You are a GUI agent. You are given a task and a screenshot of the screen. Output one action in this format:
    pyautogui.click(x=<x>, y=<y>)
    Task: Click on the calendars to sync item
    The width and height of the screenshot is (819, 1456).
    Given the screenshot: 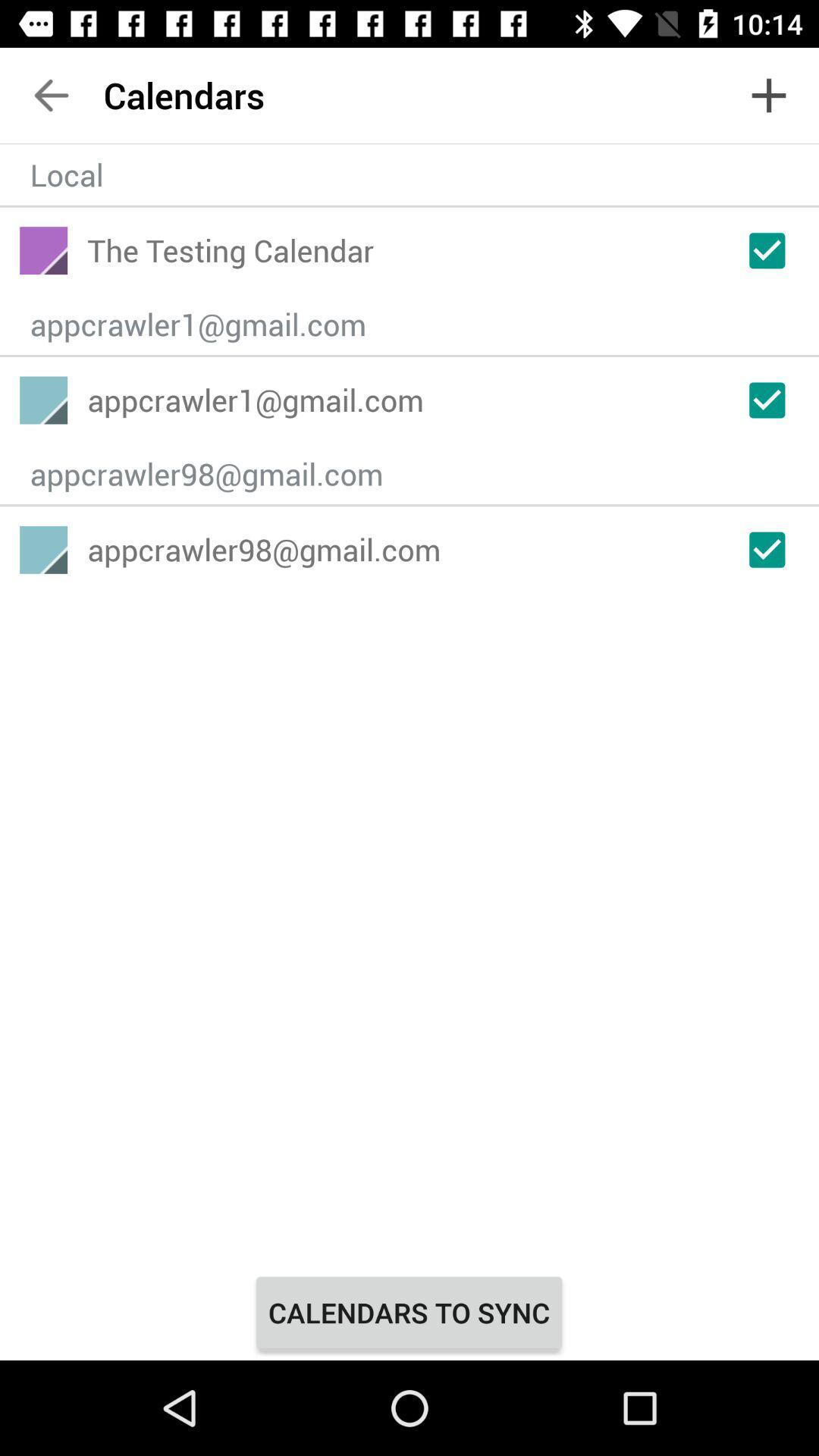 What is the action you would take?
    pyautogui.click(x=408, y=1312)
    